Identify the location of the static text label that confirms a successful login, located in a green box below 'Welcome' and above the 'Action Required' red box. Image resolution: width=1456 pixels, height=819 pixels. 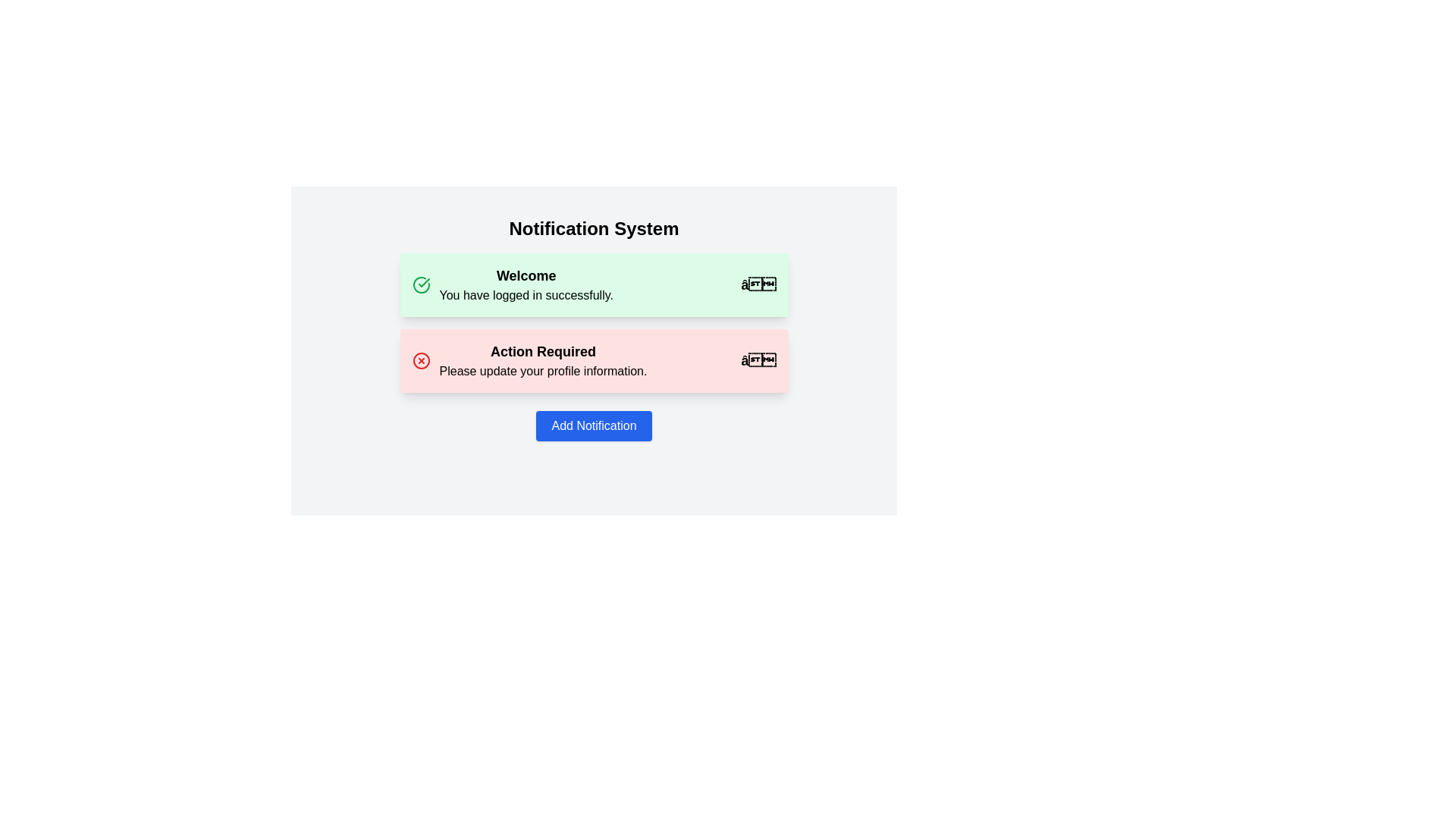
(526, 295).